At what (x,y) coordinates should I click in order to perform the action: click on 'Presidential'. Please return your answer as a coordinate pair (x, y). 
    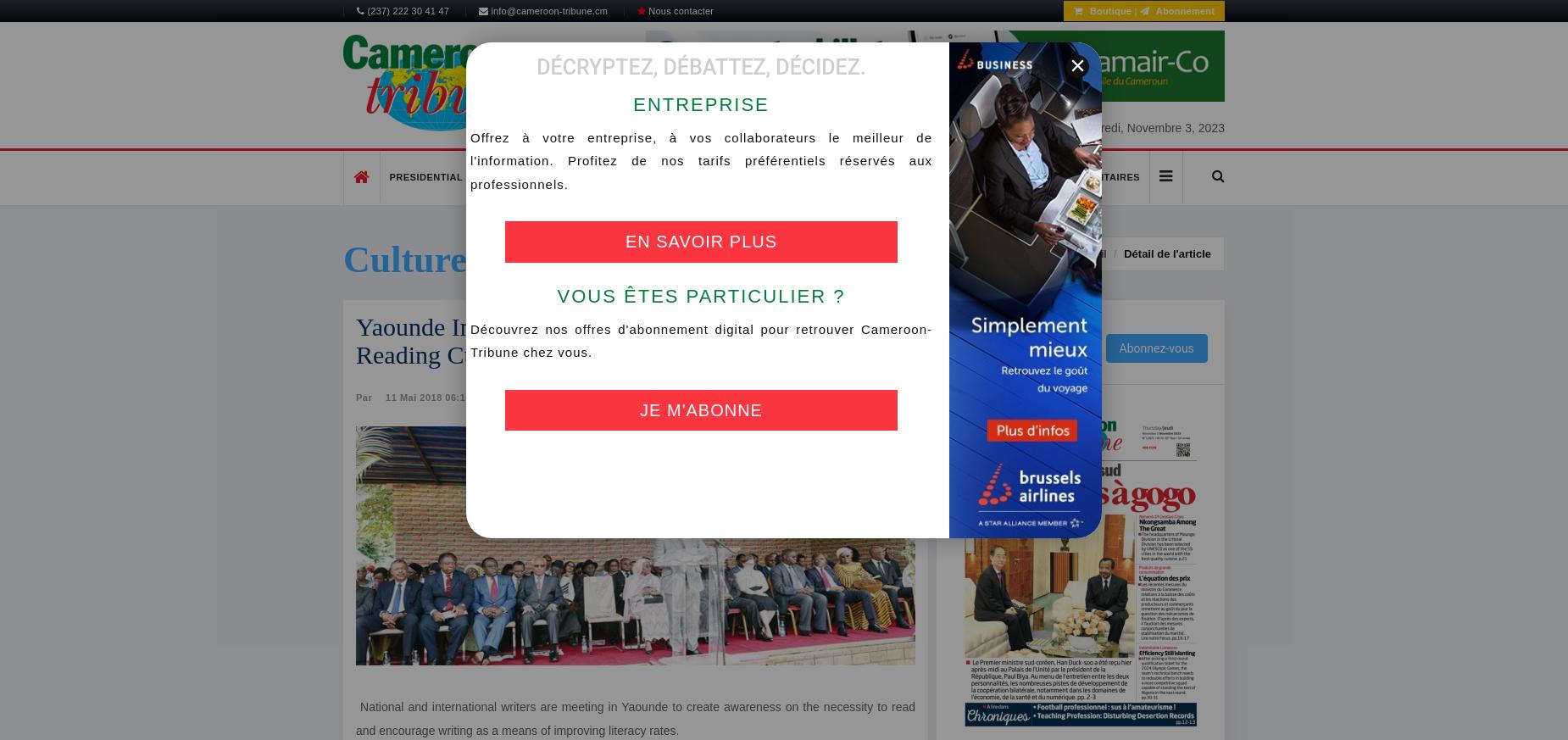
    Looking at the image, I should click on (425, 175).